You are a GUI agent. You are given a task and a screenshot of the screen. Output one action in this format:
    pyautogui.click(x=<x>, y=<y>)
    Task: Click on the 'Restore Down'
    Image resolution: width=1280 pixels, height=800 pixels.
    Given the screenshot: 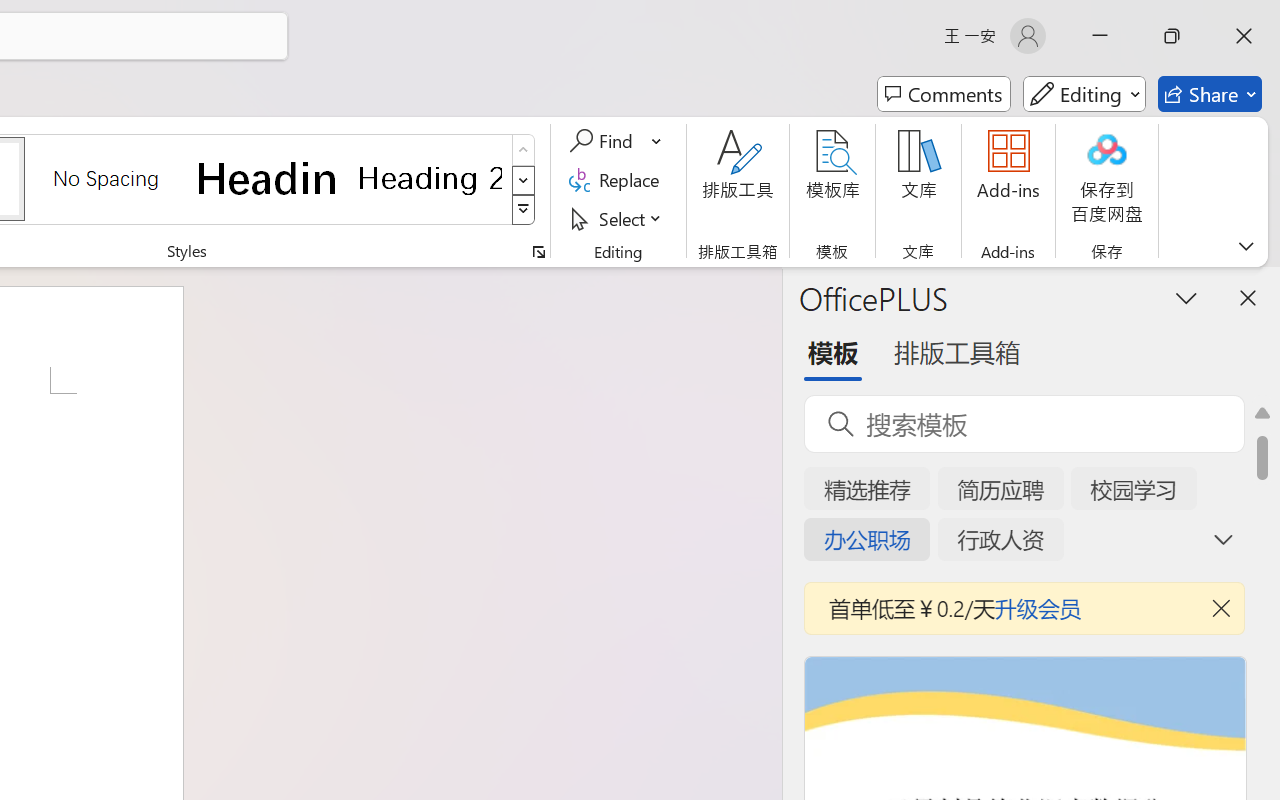 What is the action you would take?
    pyautogui.click(x=1172, y=35)
    